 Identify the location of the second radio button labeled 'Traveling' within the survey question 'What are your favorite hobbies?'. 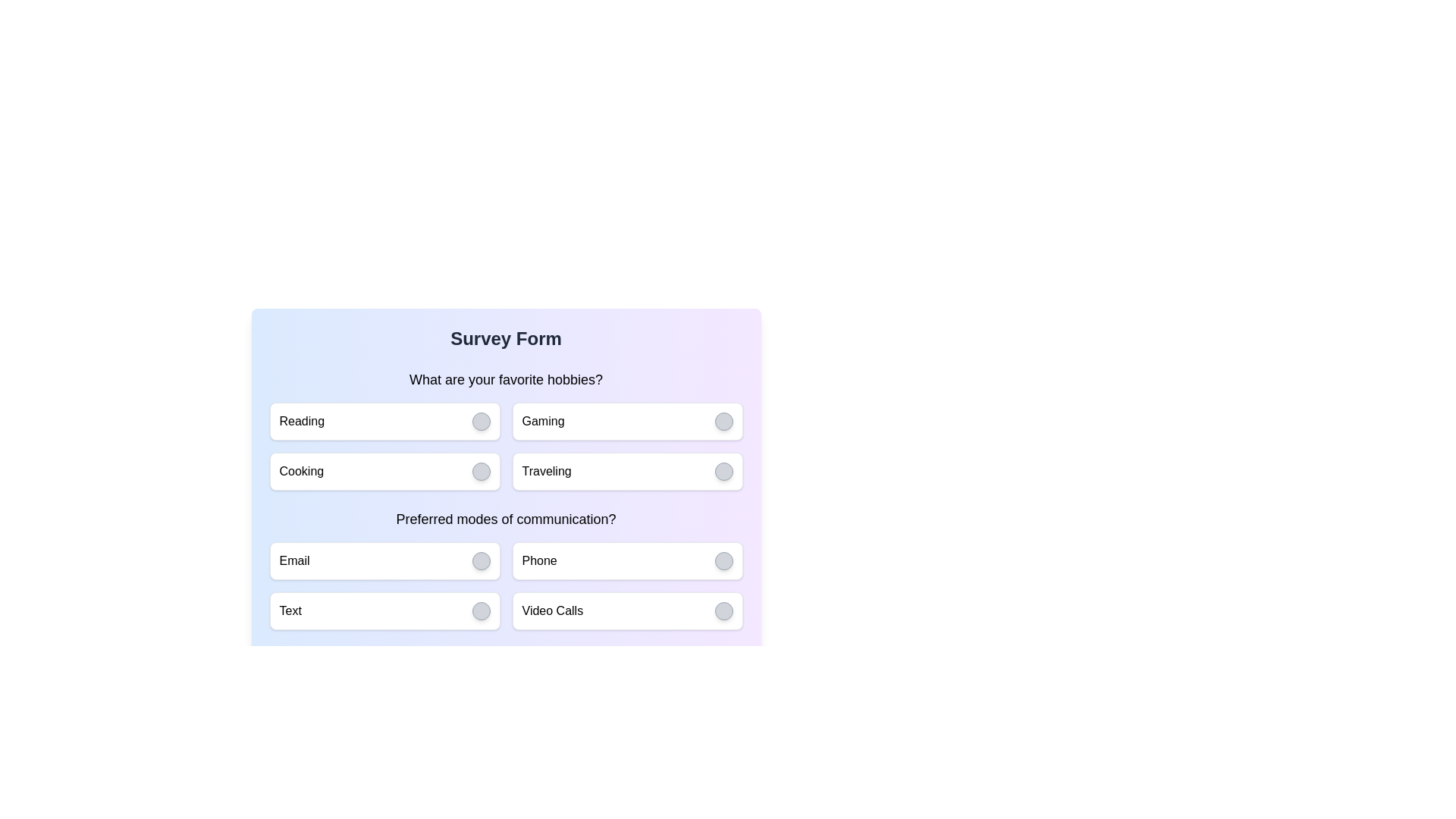
(723, 470).